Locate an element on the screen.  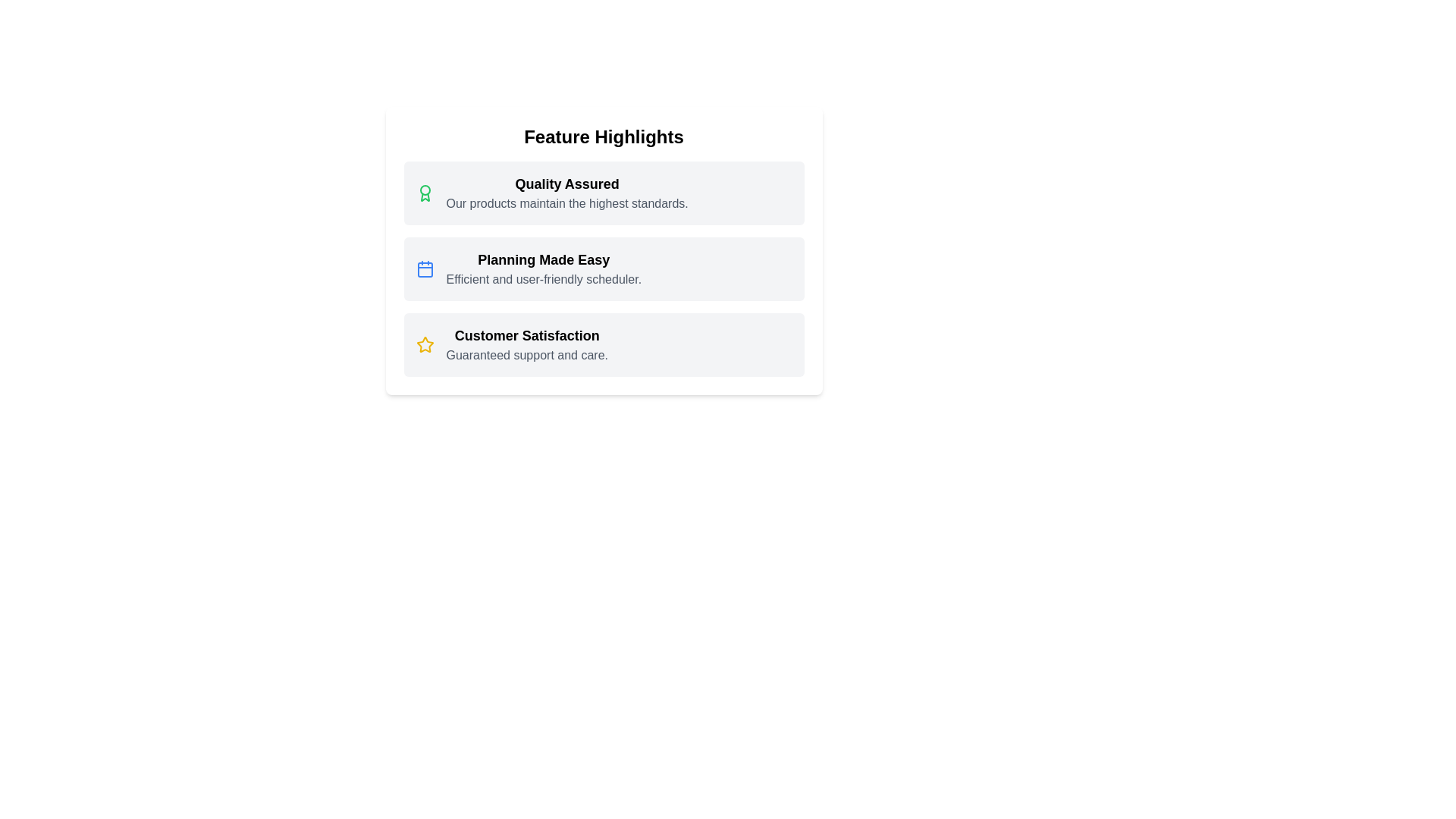
the 'Planning Made Easy' informational card, which is the second card in a vertical list of three feature cards, positioned between 'Quality Assured' and 'Customer Satisfaction' is located at coordinates (603, 250).